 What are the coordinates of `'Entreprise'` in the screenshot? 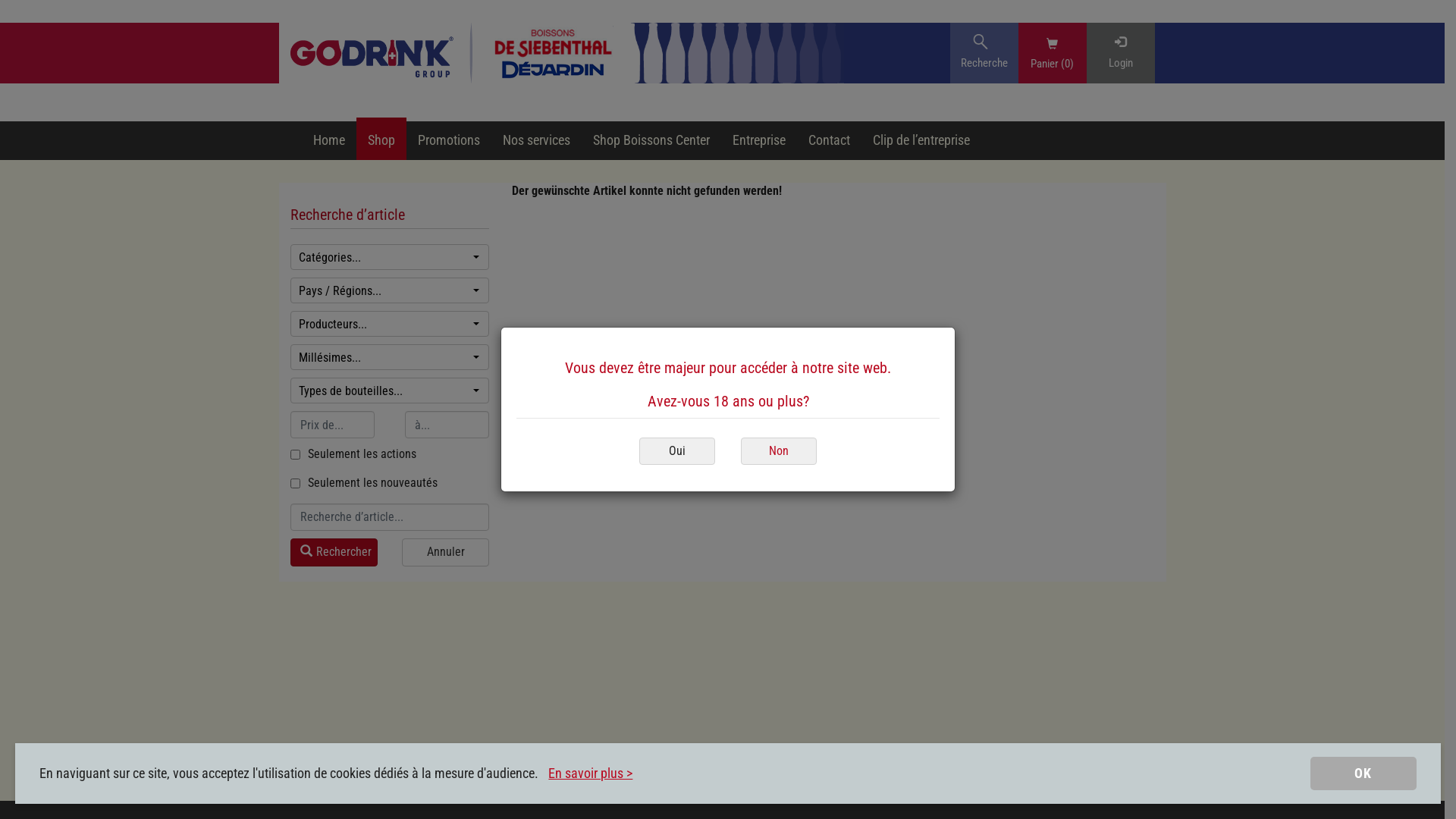 It's located at (758, 140).